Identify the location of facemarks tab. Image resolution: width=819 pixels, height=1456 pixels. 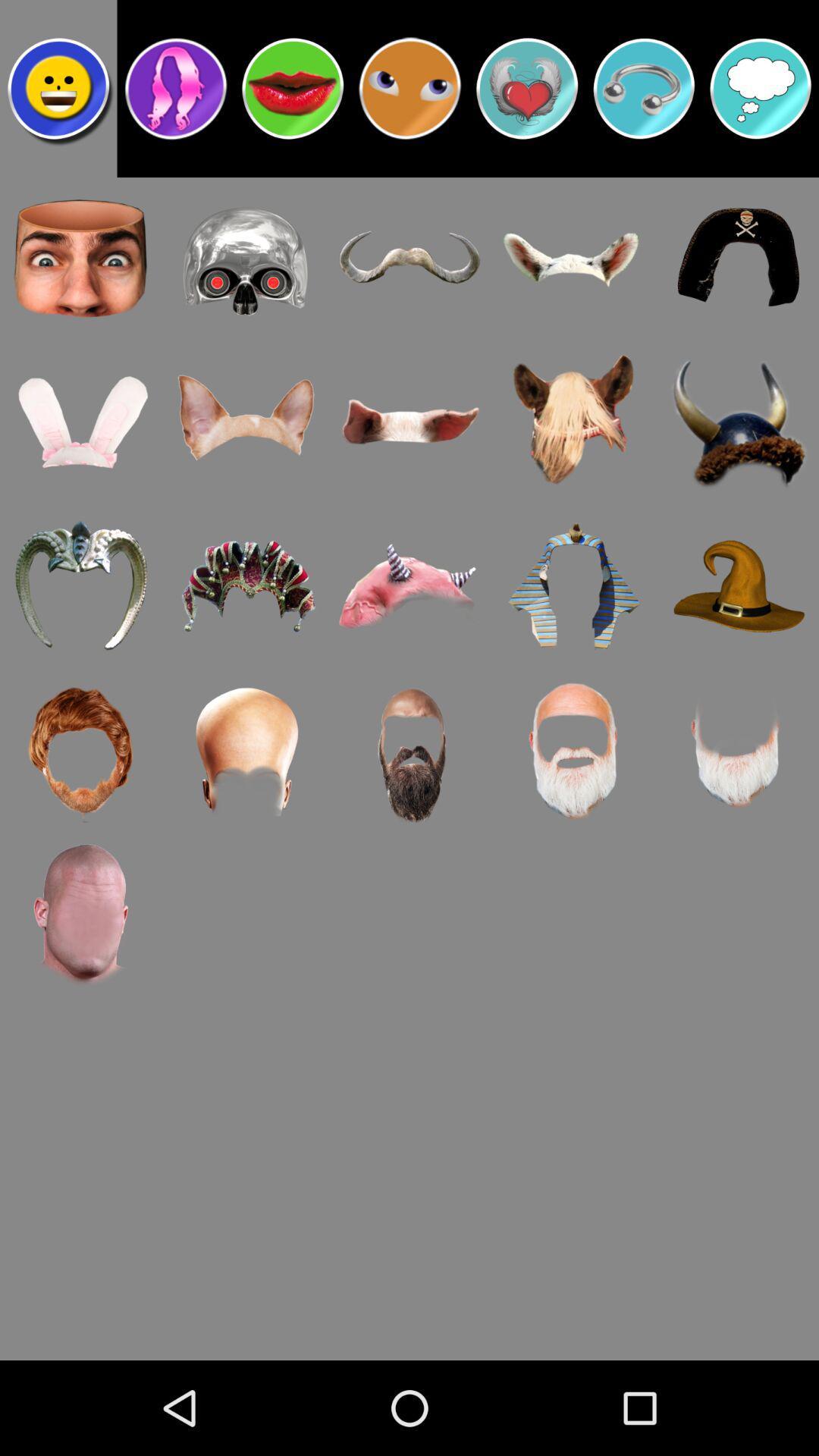
(58, 87).